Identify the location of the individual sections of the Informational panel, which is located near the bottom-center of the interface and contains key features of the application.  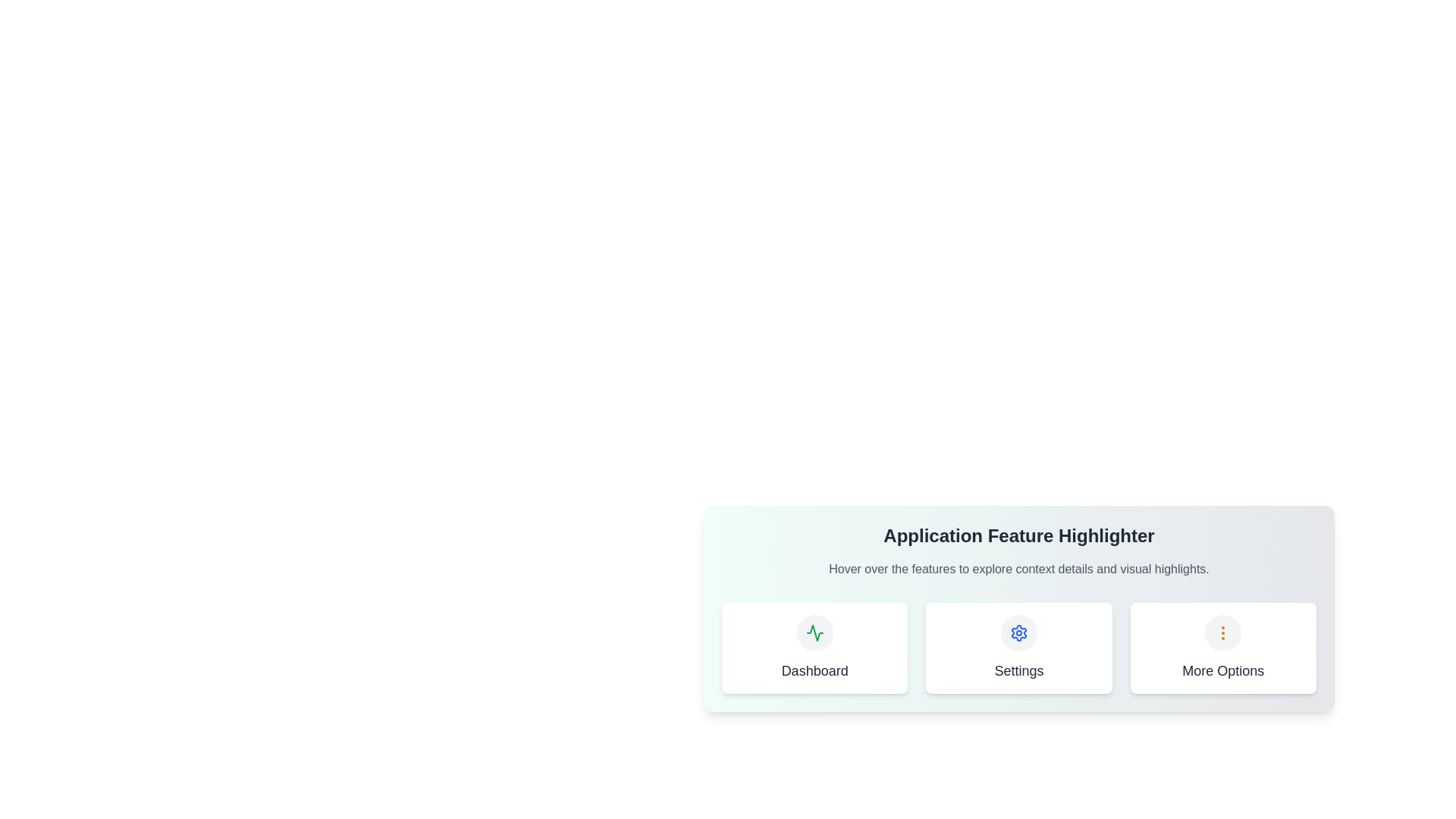
(1019, 629).